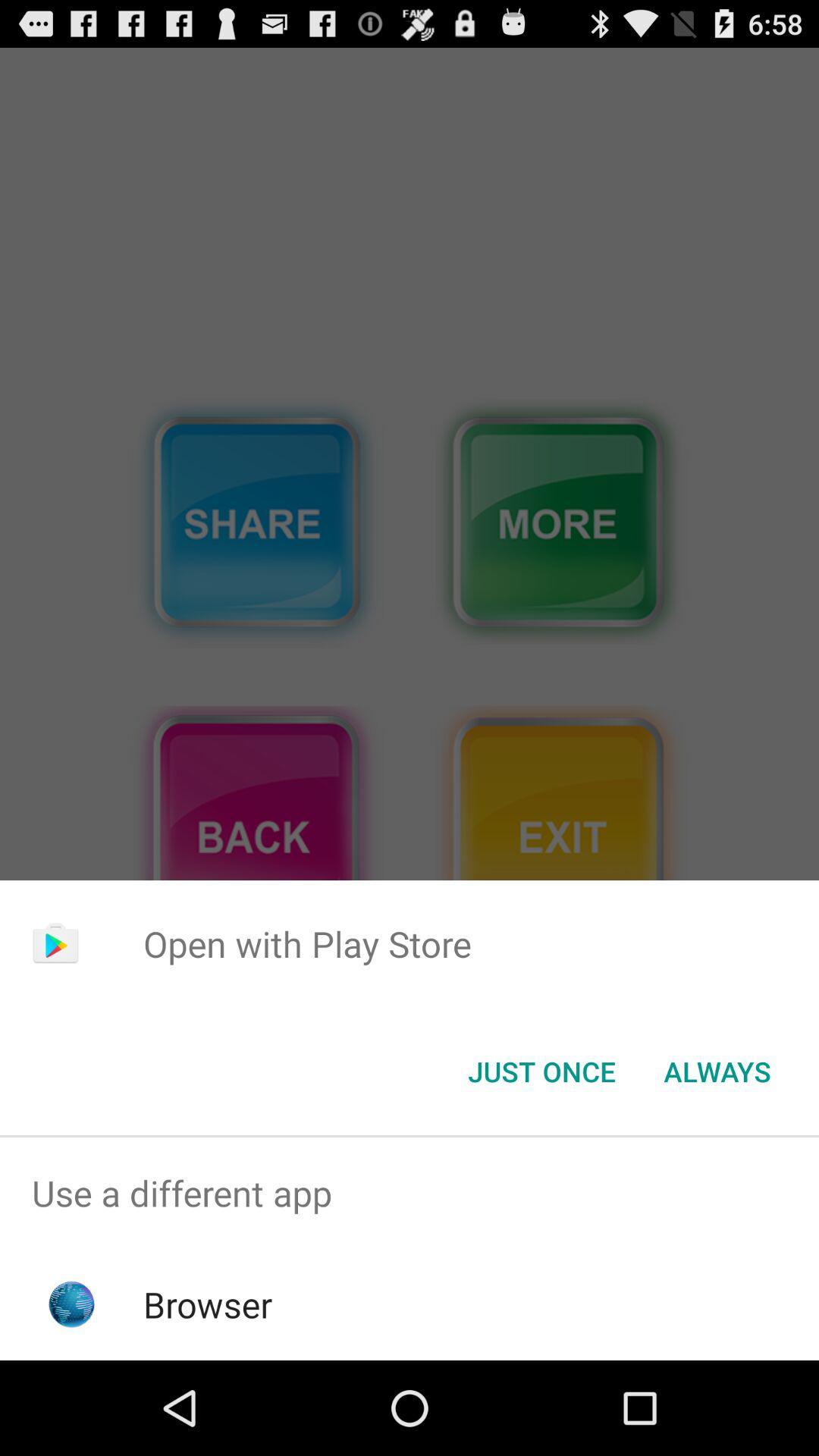  I want to click on the just once icon, so click(541, 1070).